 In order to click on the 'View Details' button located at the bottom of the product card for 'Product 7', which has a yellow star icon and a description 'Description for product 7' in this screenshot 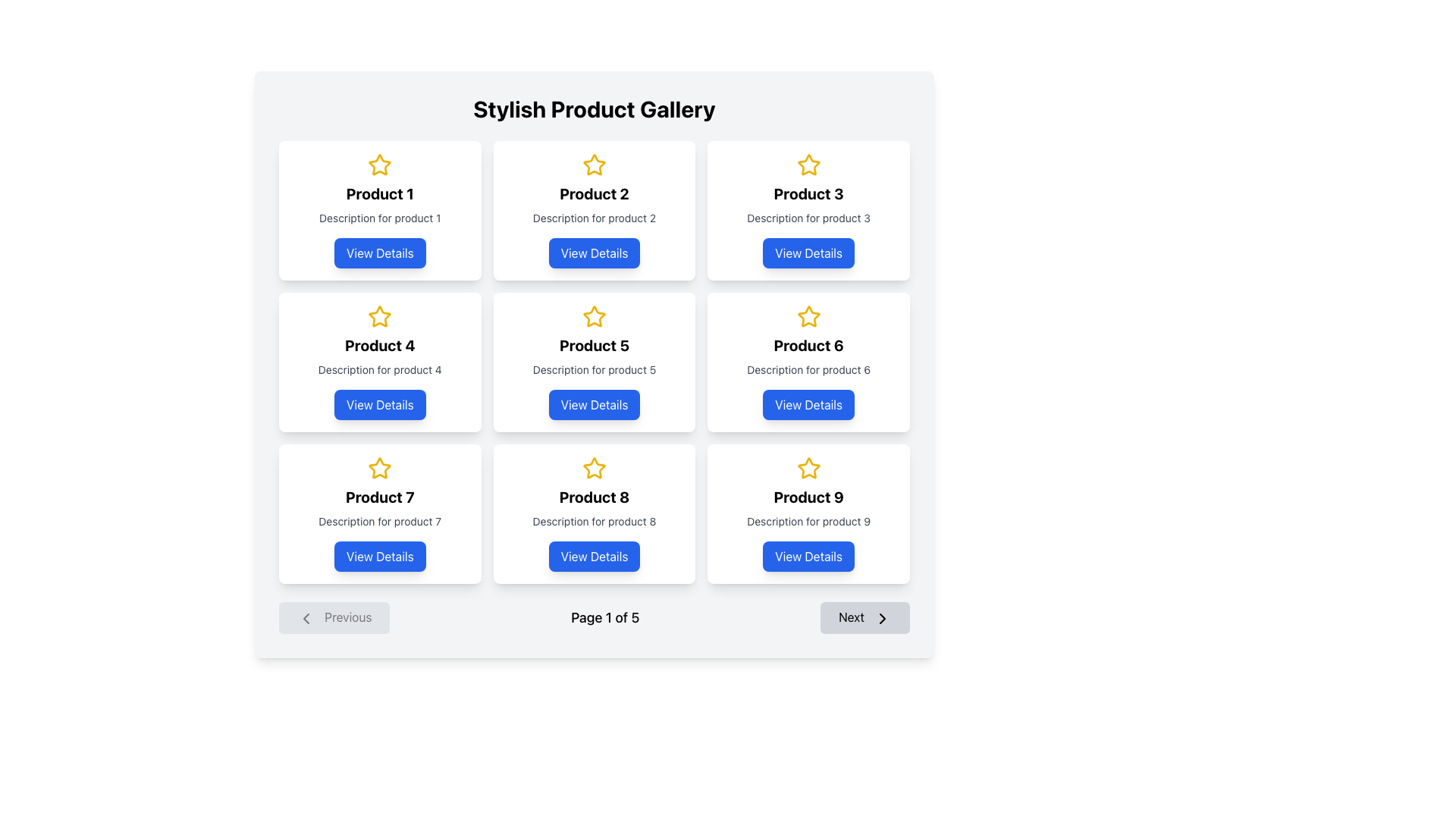, I will do `click(379, 513)`.